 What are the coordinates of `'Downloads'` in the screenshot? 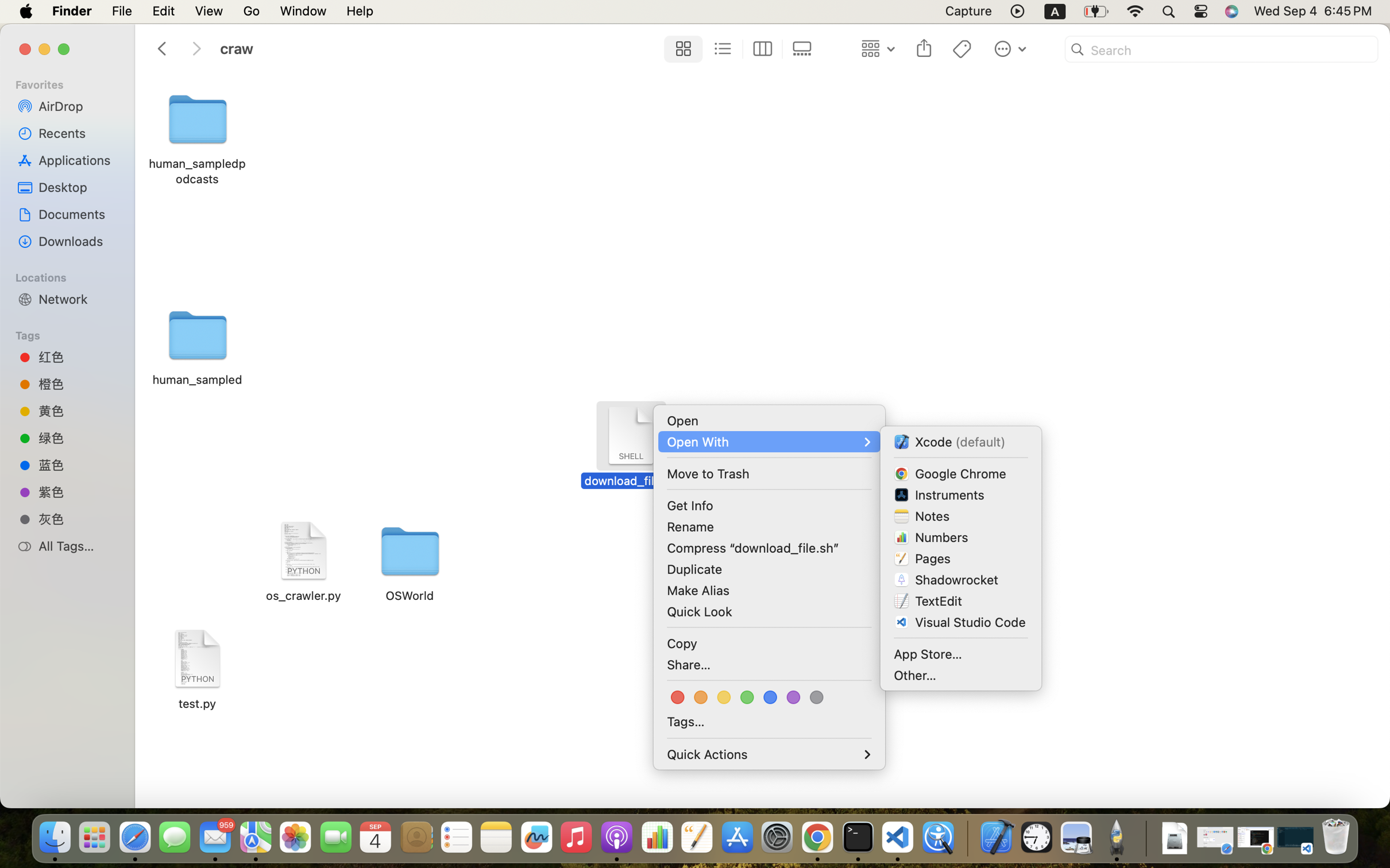 It's located at (77, 241).